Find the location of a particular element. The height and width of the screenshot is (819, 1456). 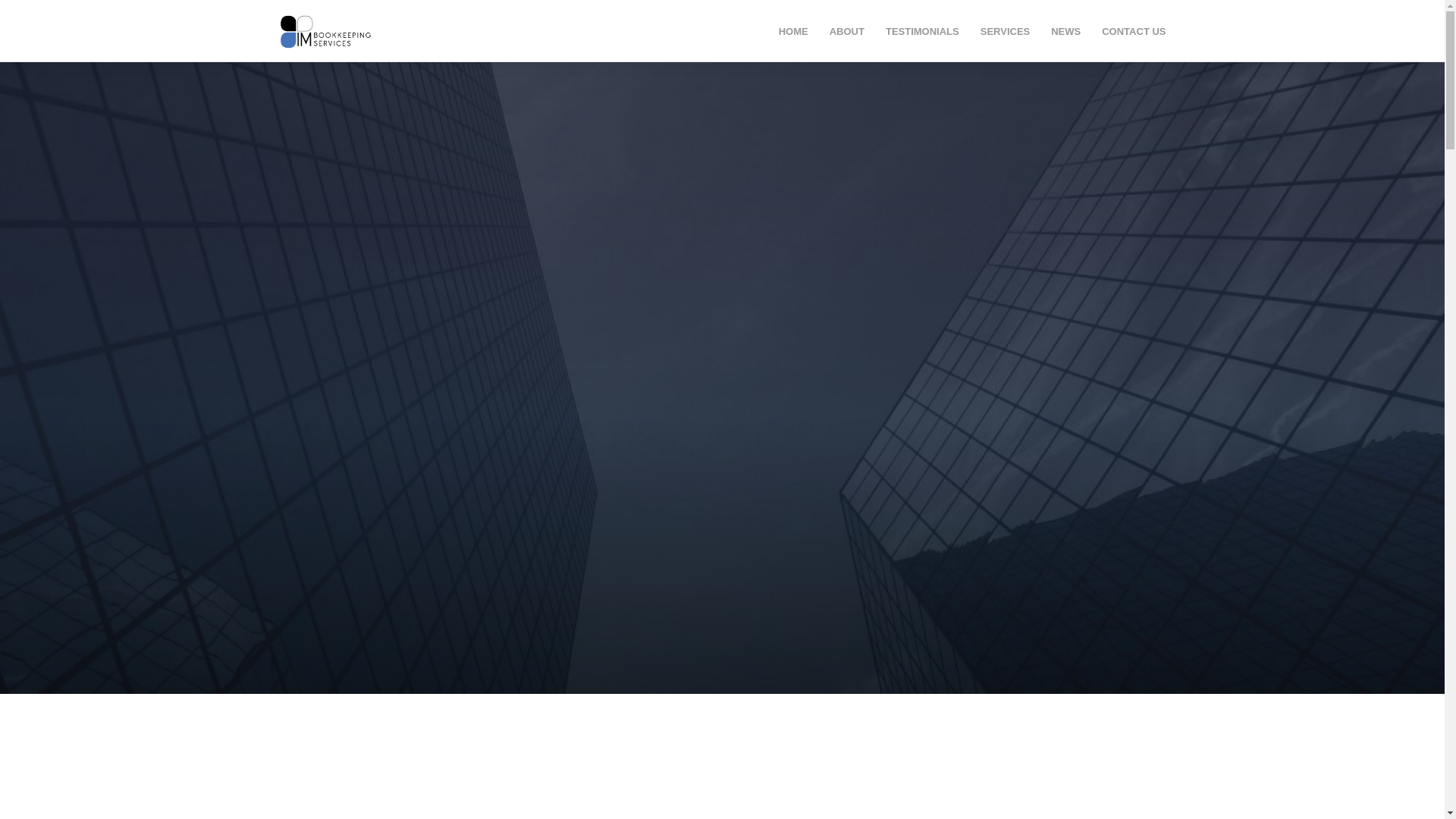

'ABOUT' is located at coordinates (846, 31).